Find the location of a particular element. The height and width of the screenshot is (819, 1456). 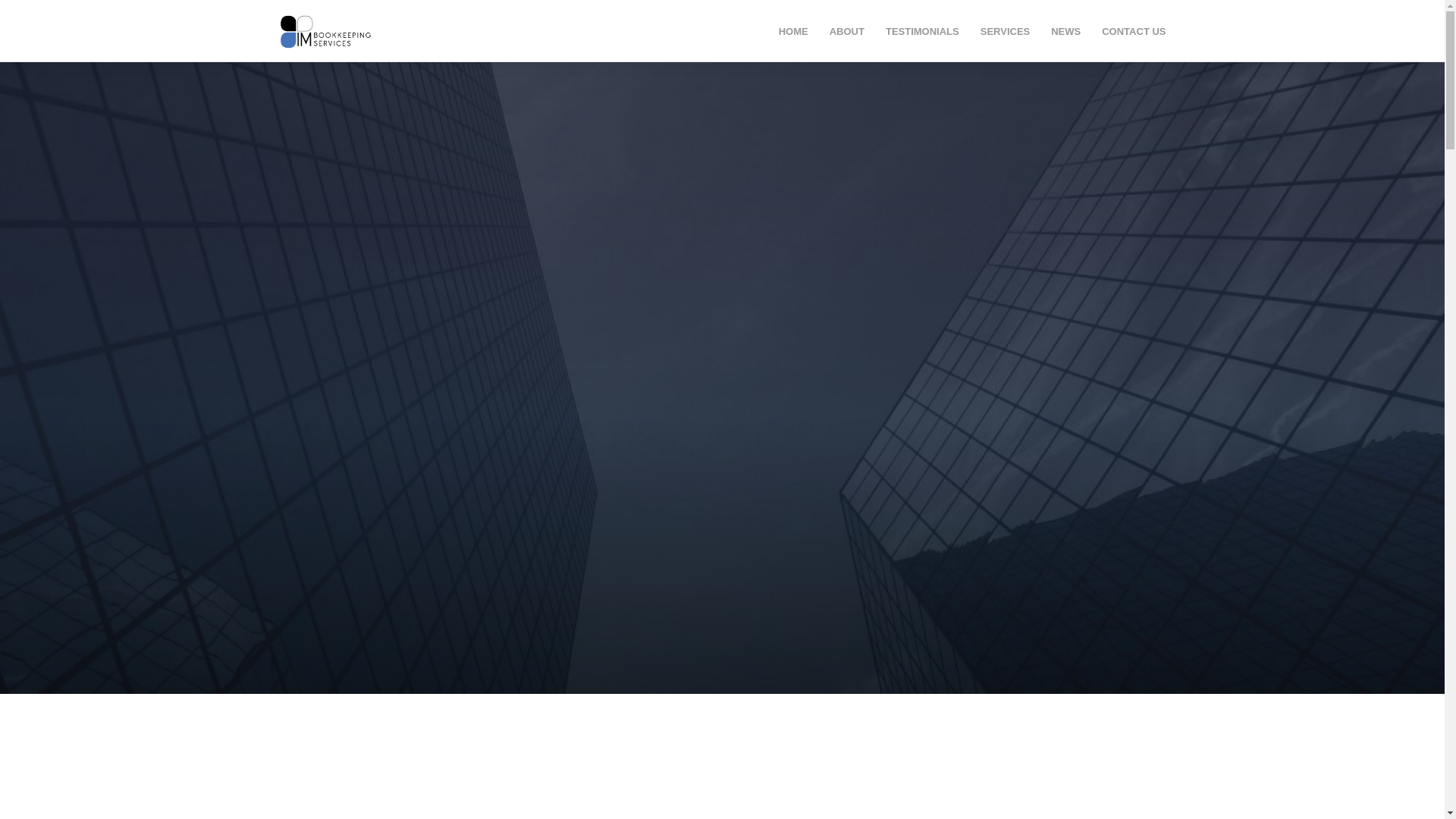

'ABOUT' is located at coordinates (846, 31).